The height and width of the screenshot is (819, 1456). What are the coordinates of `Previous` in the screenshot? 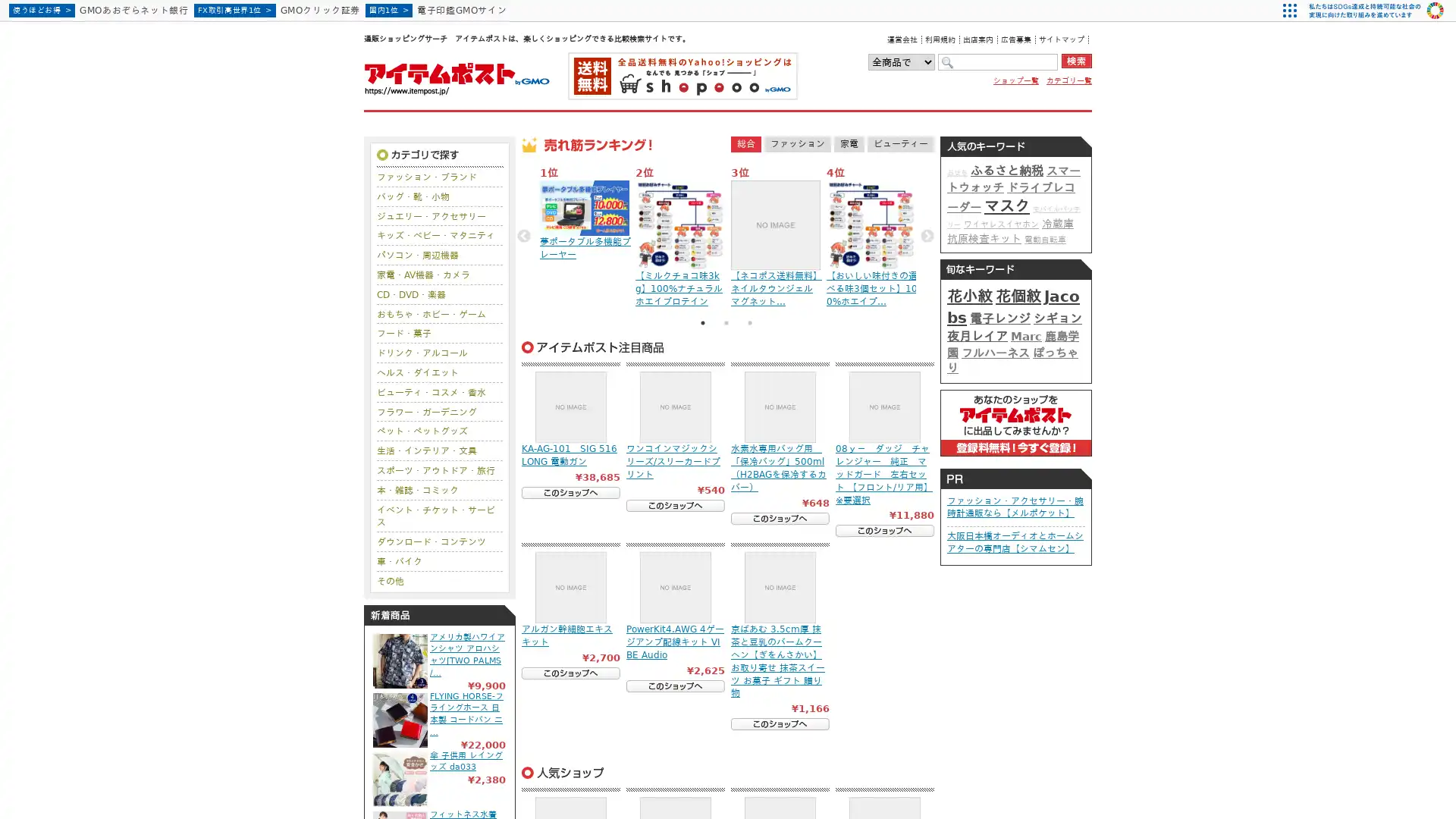 It's located at (524, 237).